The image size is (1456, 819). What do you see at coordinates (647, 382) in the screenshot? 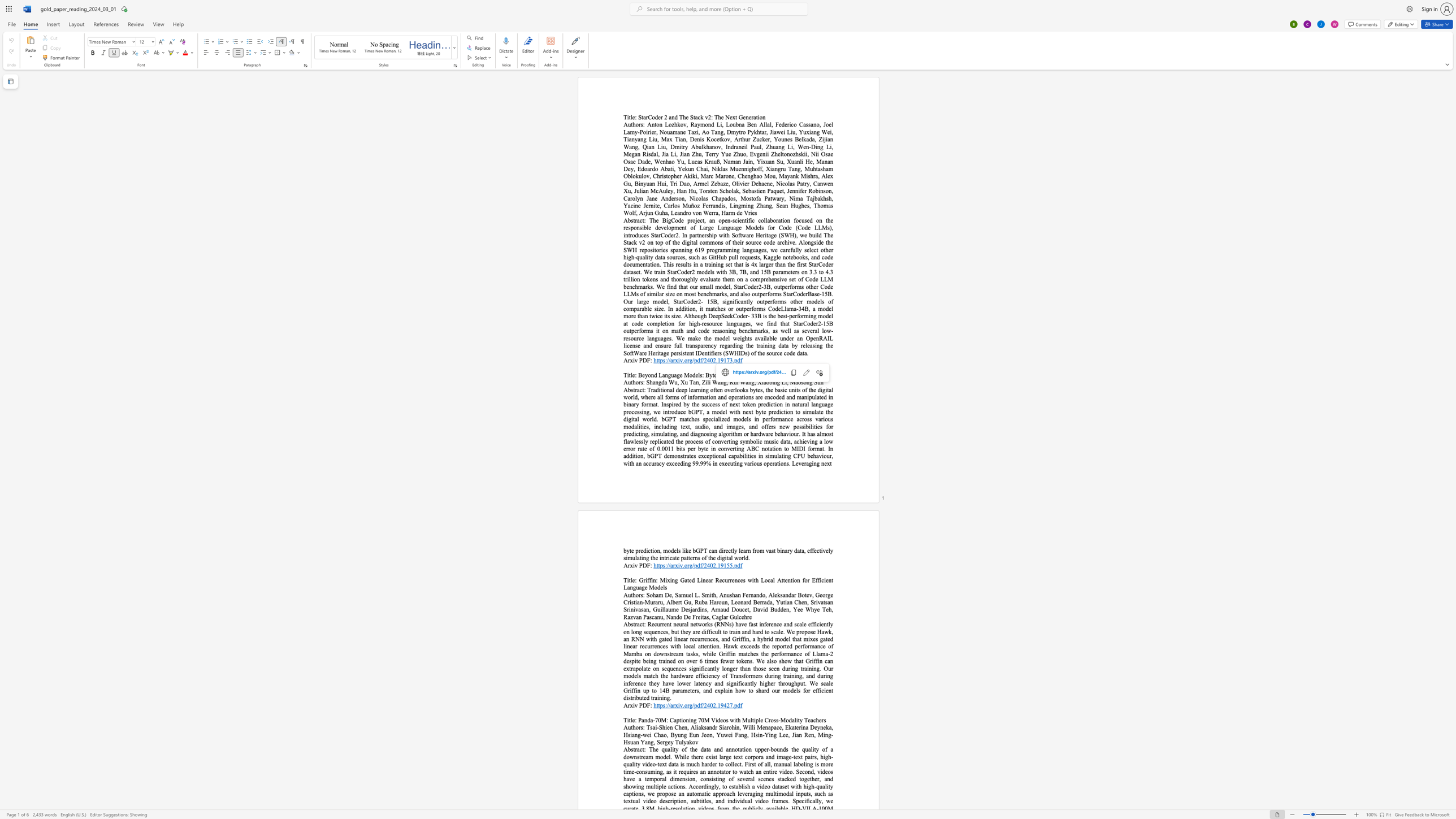
I see `the 1th character "S" in the text` at bounding box center [647, 382].